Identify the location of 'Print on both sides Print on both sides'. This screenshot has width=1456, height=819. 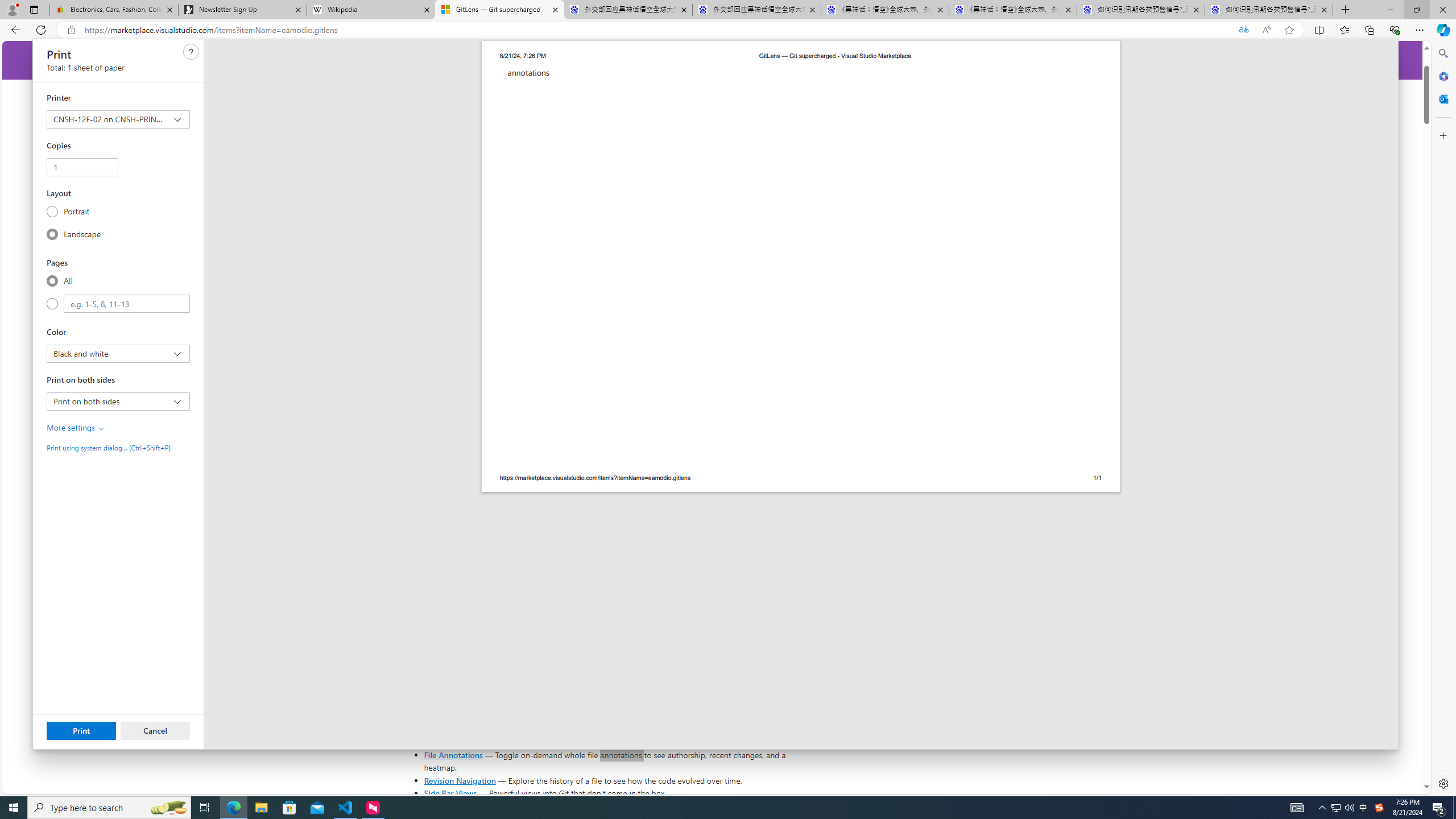
(118, 400).